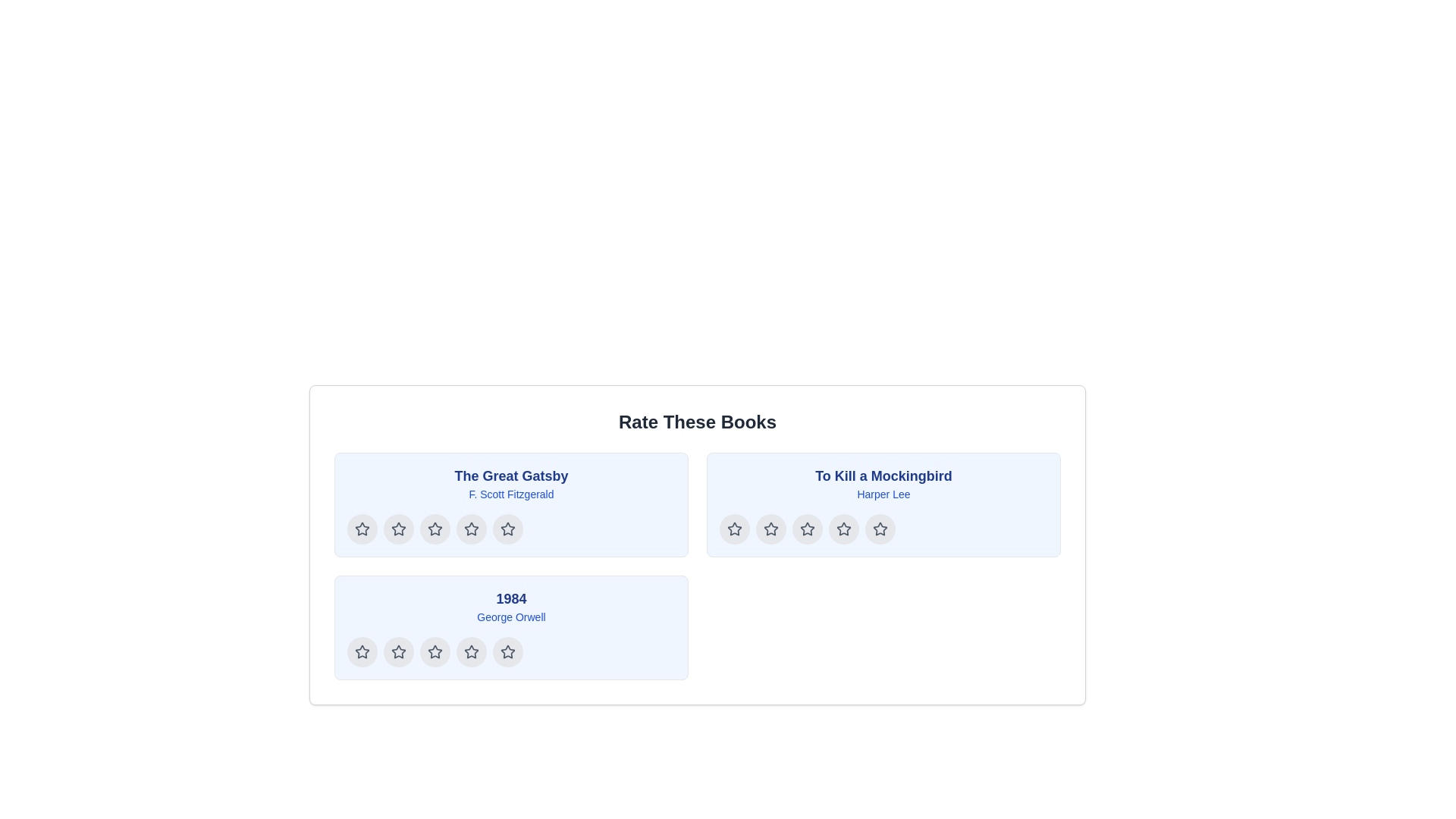 The image size is (1456, 819). What do you see at coordinates (735, 528) in the screenshot?
I see `the second star icon in the rating section for 'To Kill a Mockingbird'` at bounding box center [735, 528].